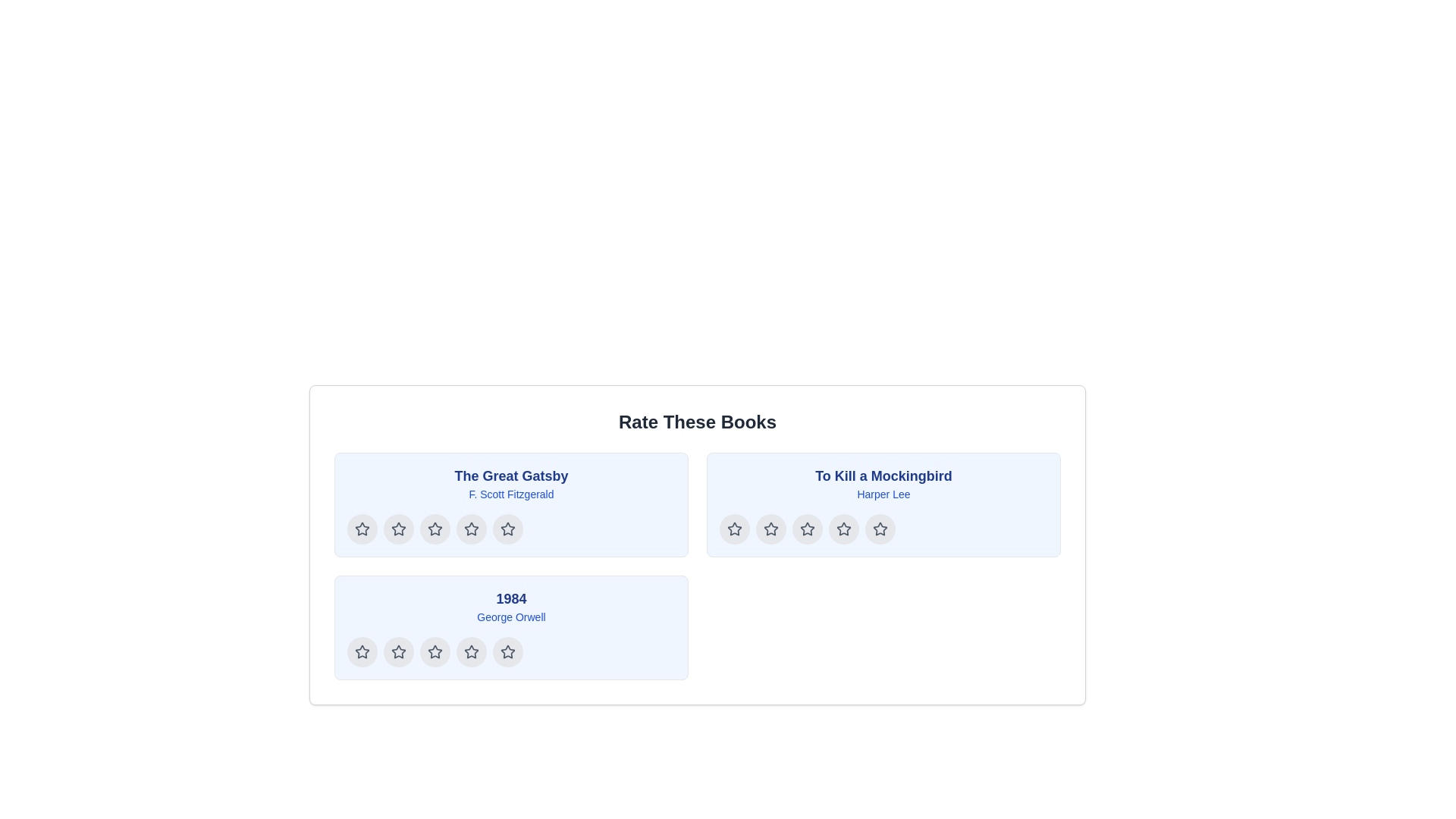 The image size is (1456, 819). What do you see at coordinates (735, 528) in the screenshot?
I see `the second star icon in the rating section for 'To Kill a Mockingbird'` at bounding box center [735, 528].